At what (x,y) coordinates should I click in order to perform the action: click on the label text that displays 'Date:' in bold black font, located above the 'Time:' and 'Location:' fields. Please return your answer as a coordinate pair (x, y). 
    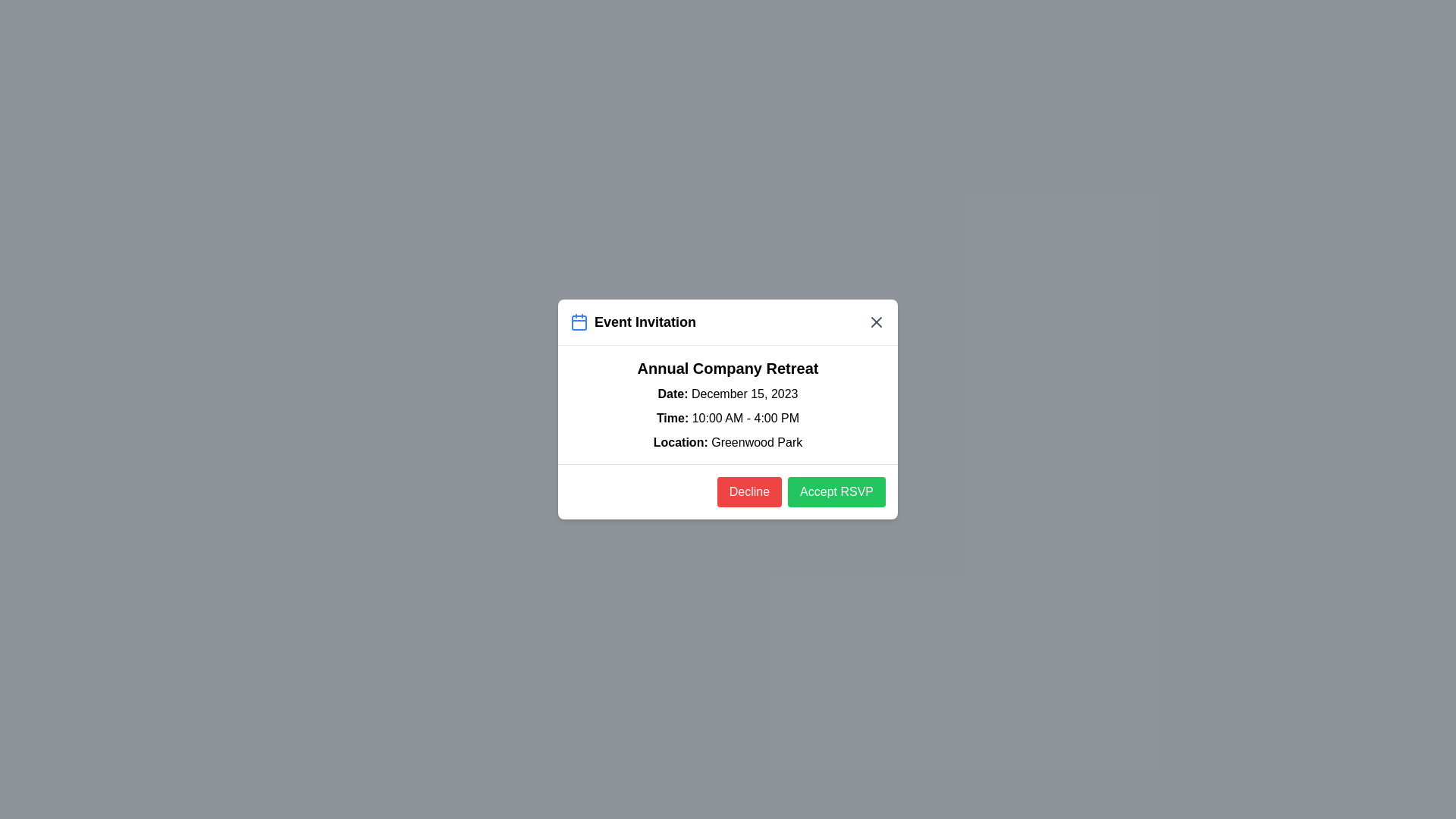
    Looking at the image, I should click on (673, 393).